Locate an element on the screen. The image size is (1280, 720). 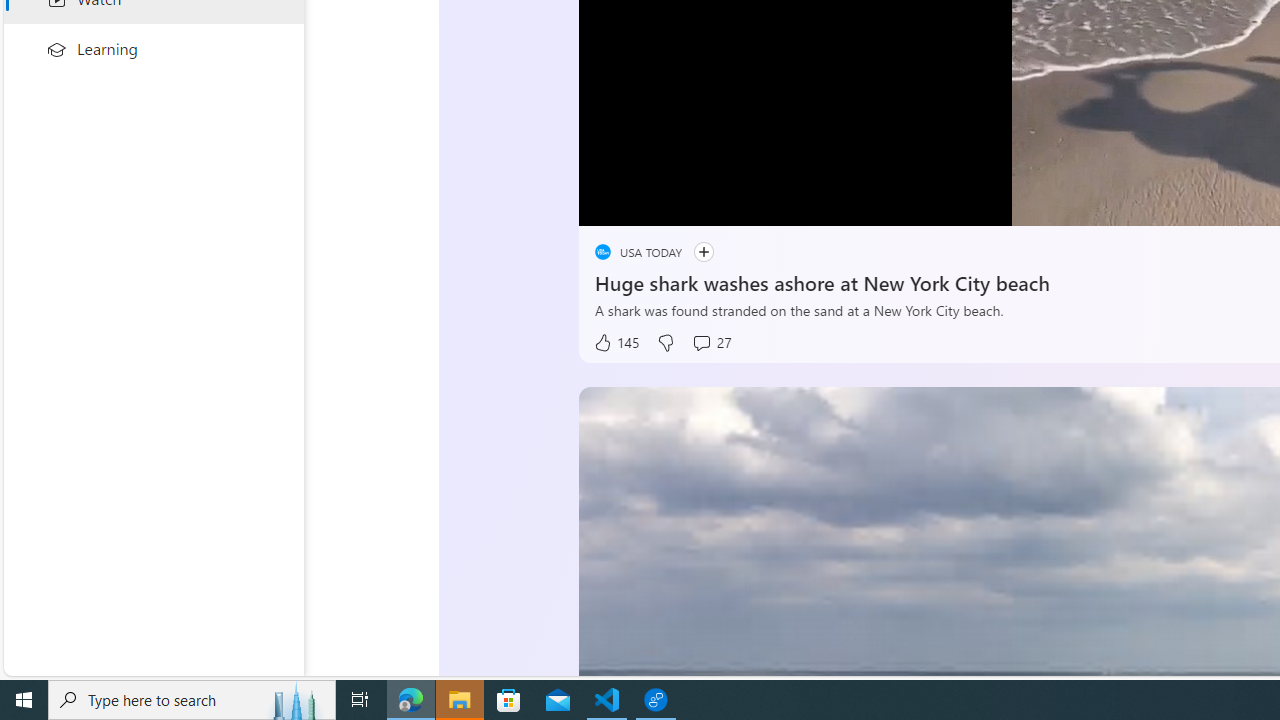
'placeholder' is located at coordinates (601, 251).